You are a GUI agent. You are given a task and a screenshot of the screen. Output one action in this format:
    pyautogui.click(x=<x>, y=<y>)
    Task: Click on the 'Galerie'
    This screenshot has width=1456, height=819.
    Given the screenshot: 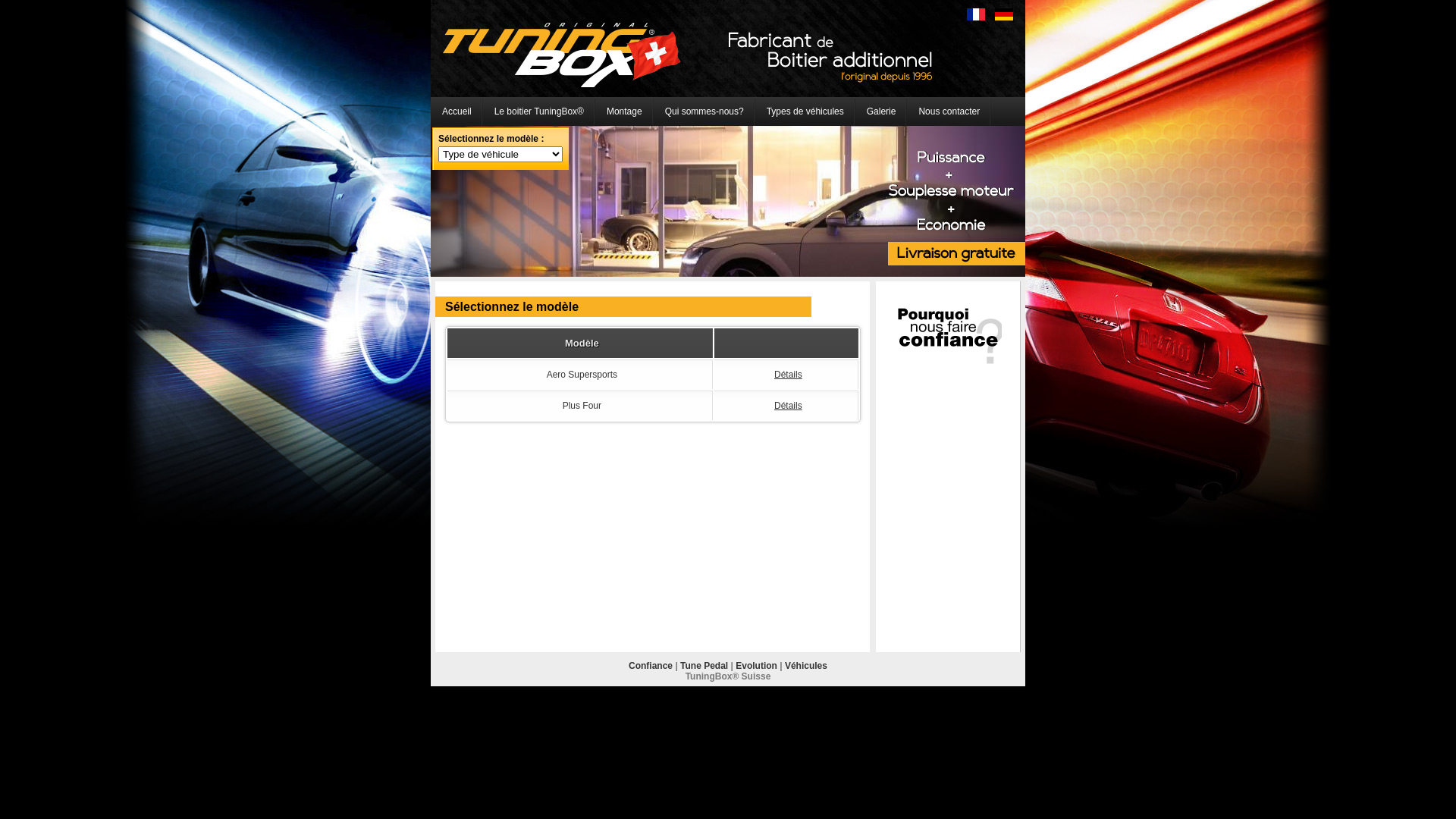 What is the action you would take?
    pyautogui.click(x=855, y=110)
    